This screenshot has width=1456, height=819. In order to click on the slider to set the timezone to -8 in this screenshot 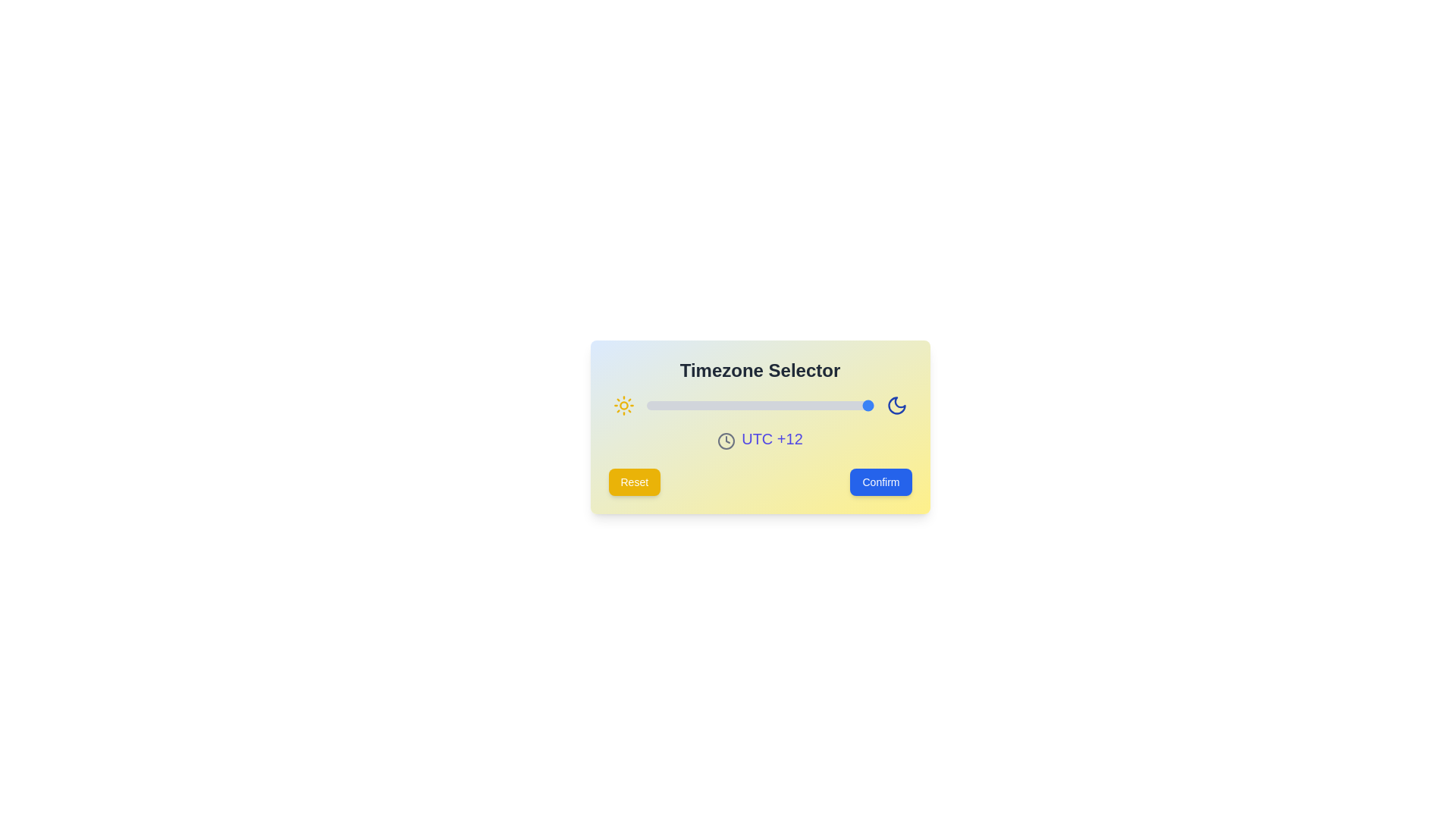, I will do `click(683, 405)`.